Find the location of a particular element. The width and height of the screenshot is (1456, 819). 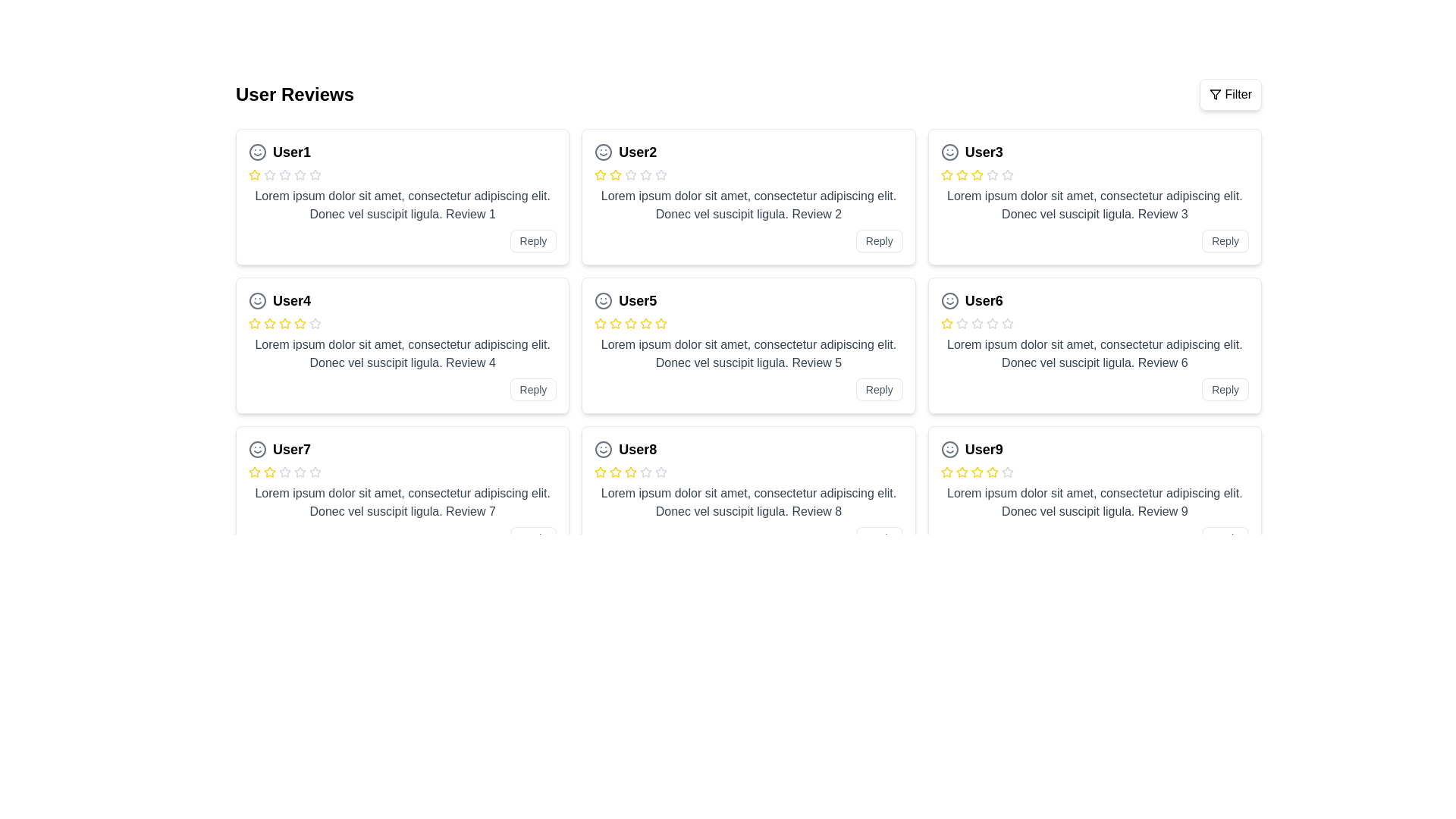

the first yellow star in the review card for 'User6', which serves as a graphical representation for a single unit of a rating is located at coordinates (946, 322).